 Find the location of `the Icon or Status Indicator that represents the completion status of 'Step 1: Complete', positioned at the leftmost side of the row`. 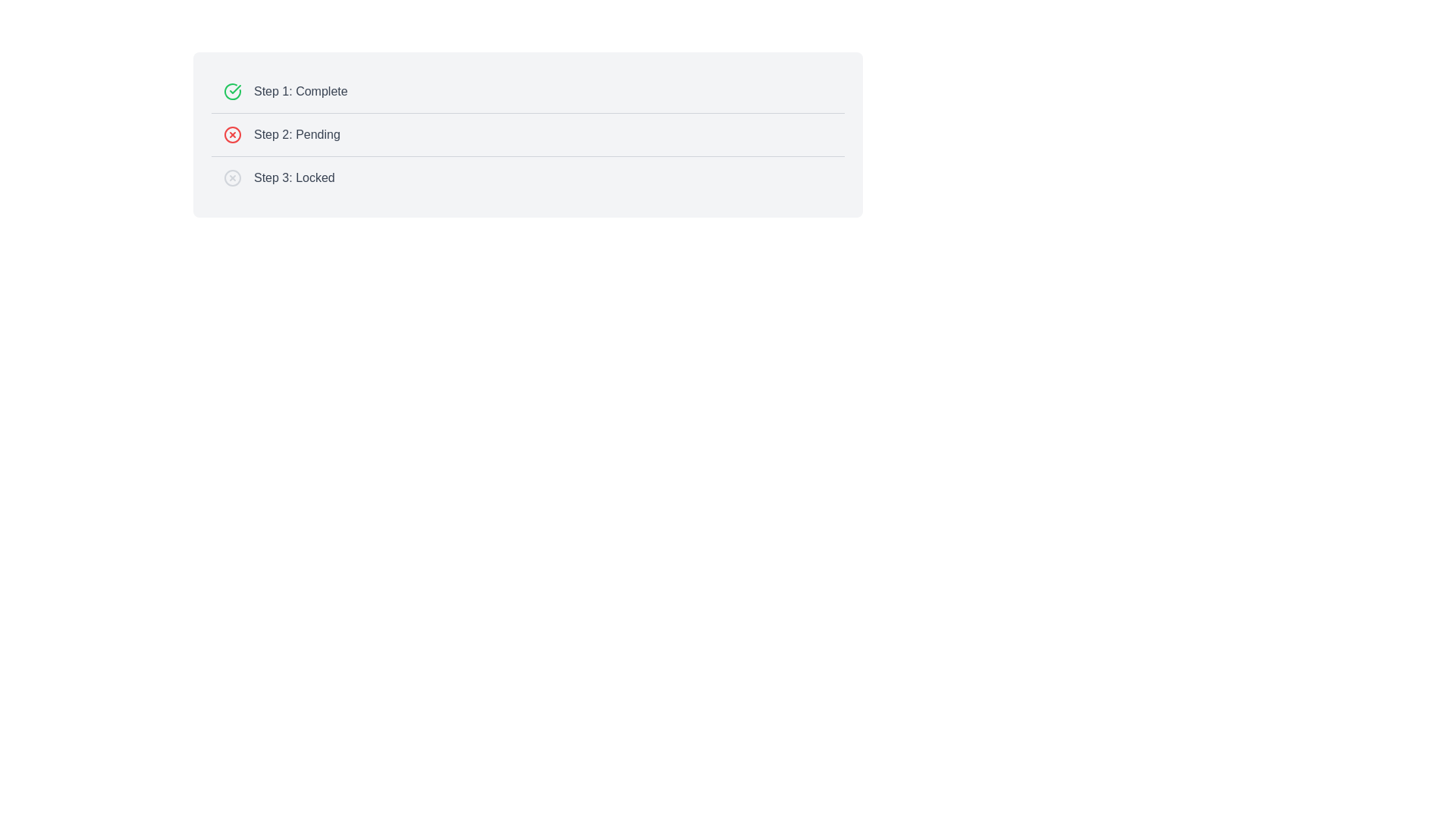

the Icon or Status Indicator that represents the completion status of 'Step 1: Complete', positioned at the leftmost side of the row is located at coordinates (232, 91).